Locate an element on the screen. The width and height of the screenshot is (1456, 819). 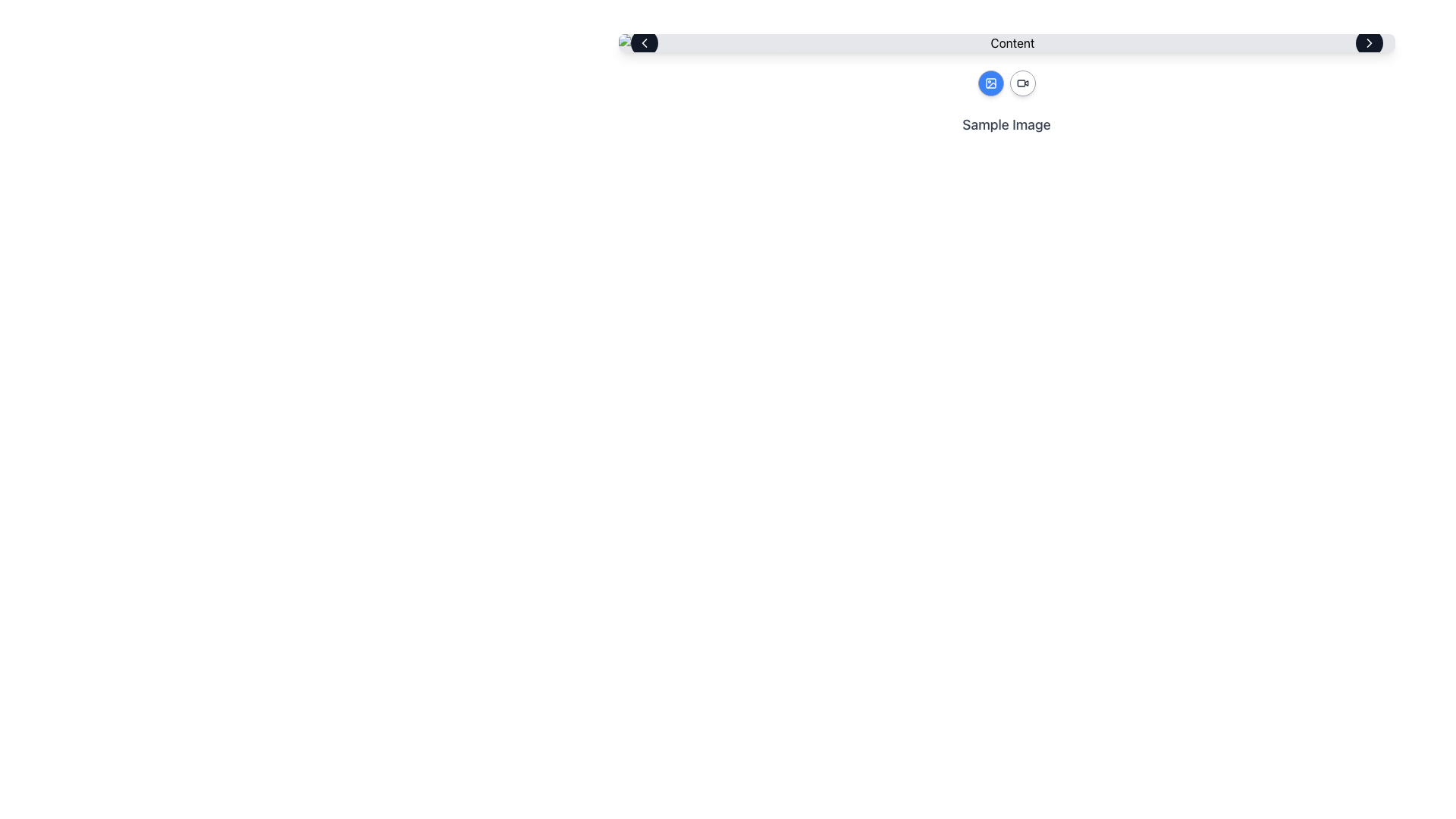
the image-related option icon within the blue circular button located below the 'Content' header is located at coordinates (990, 83).